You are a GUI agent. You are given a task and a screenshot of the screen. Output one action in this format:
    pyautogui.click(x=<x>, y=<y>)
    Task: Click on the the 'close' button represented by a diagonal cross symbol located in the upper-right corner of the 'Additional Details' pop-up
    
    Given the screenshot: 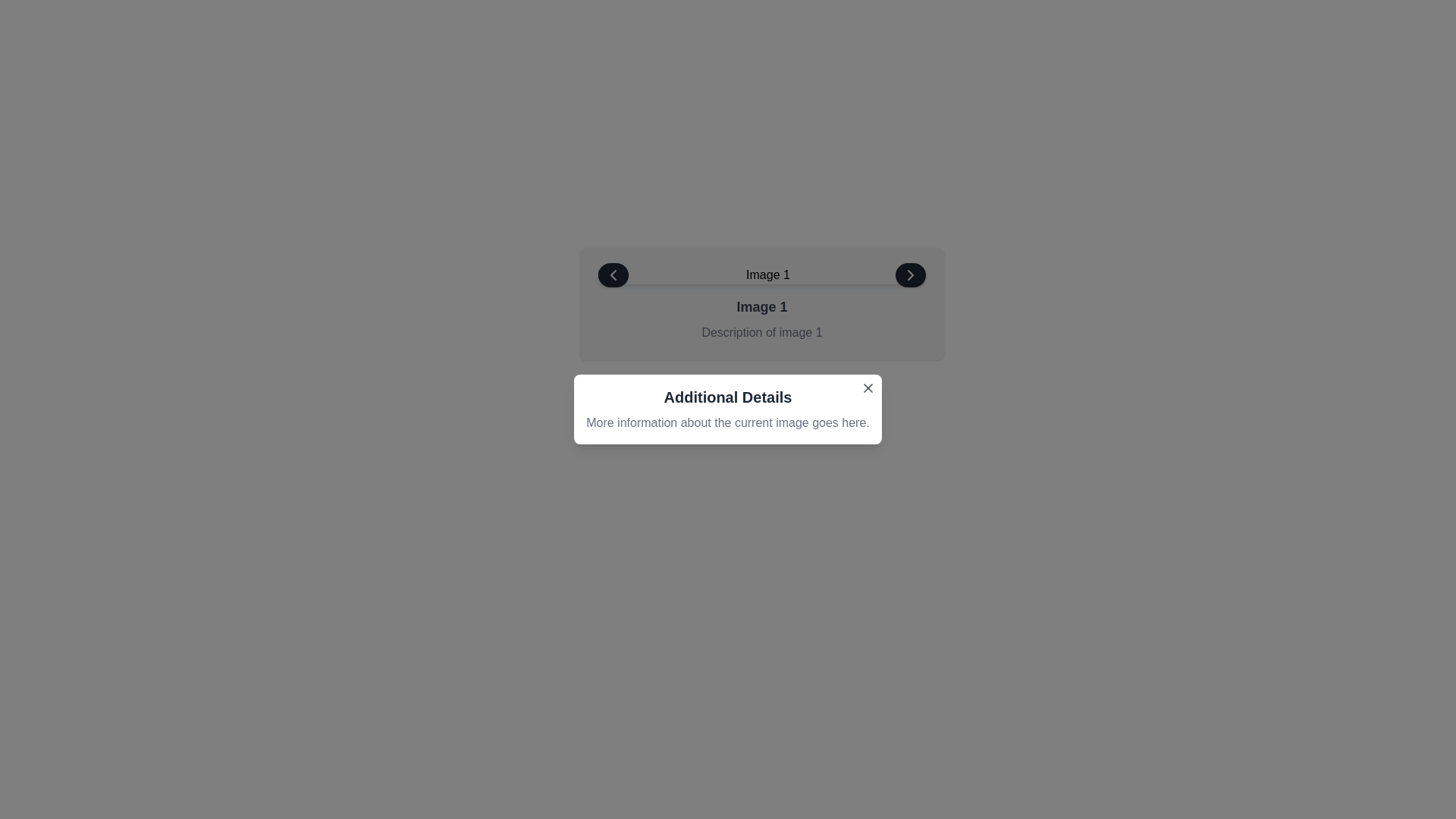 What is the action you would take?
    pyautogui.click(x=868, y=388)
    